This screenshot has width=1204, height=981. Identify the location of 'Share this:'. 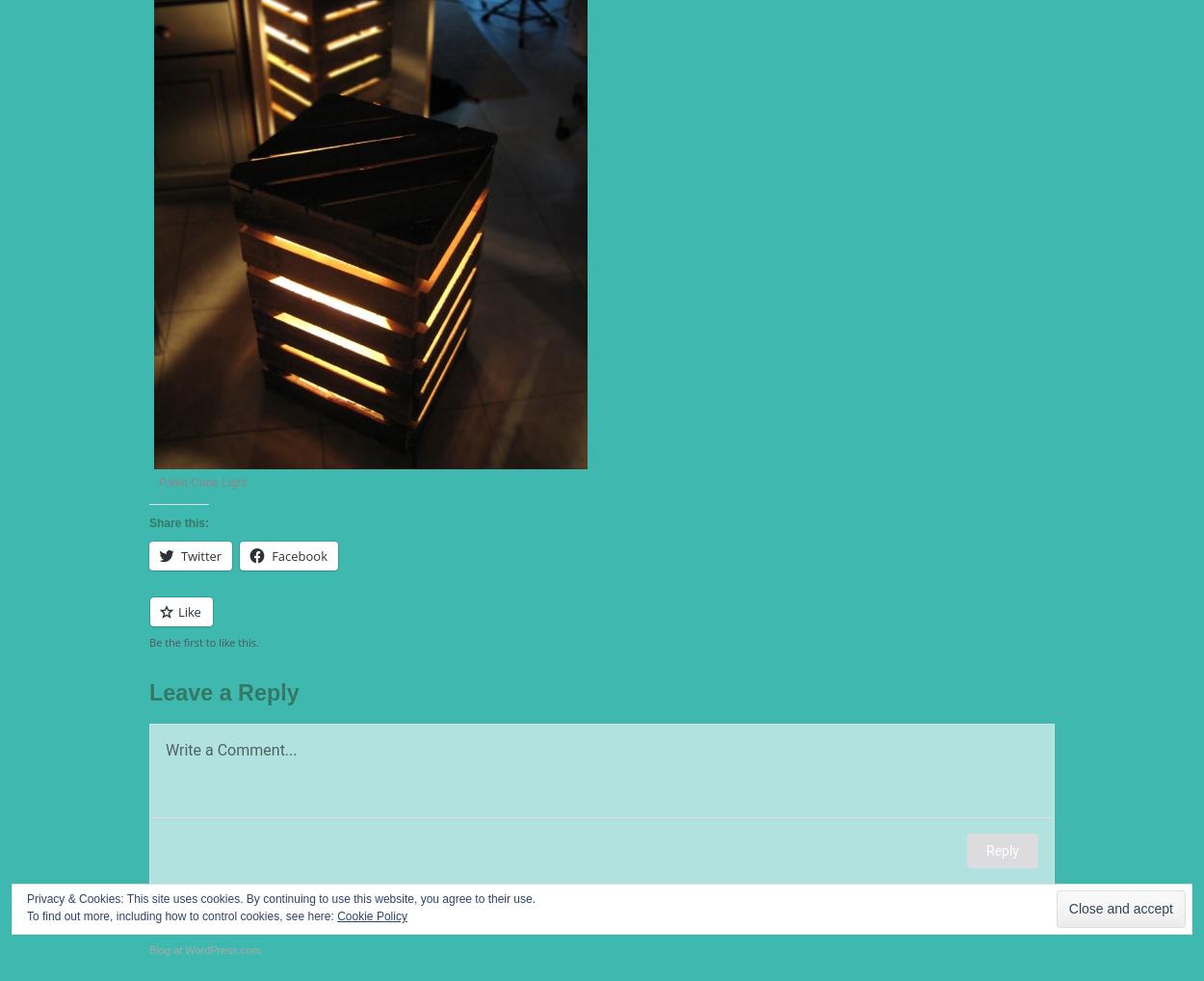
(149, 520).